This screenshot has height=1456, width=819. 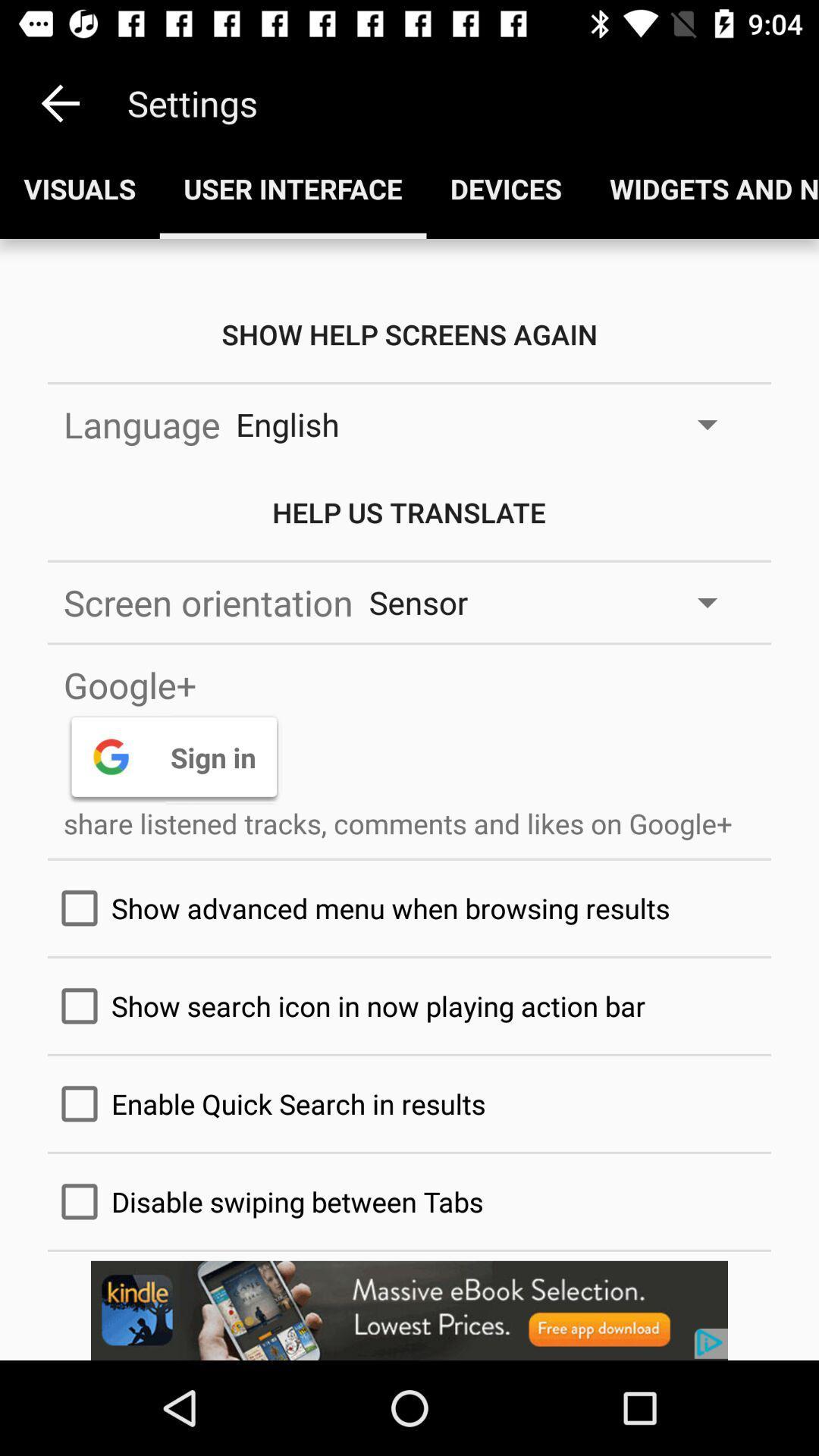 What do you see at coordinates (409, 1200) in the screenshot?
I see `the text above kindle` at bounding box center [409, 1200].